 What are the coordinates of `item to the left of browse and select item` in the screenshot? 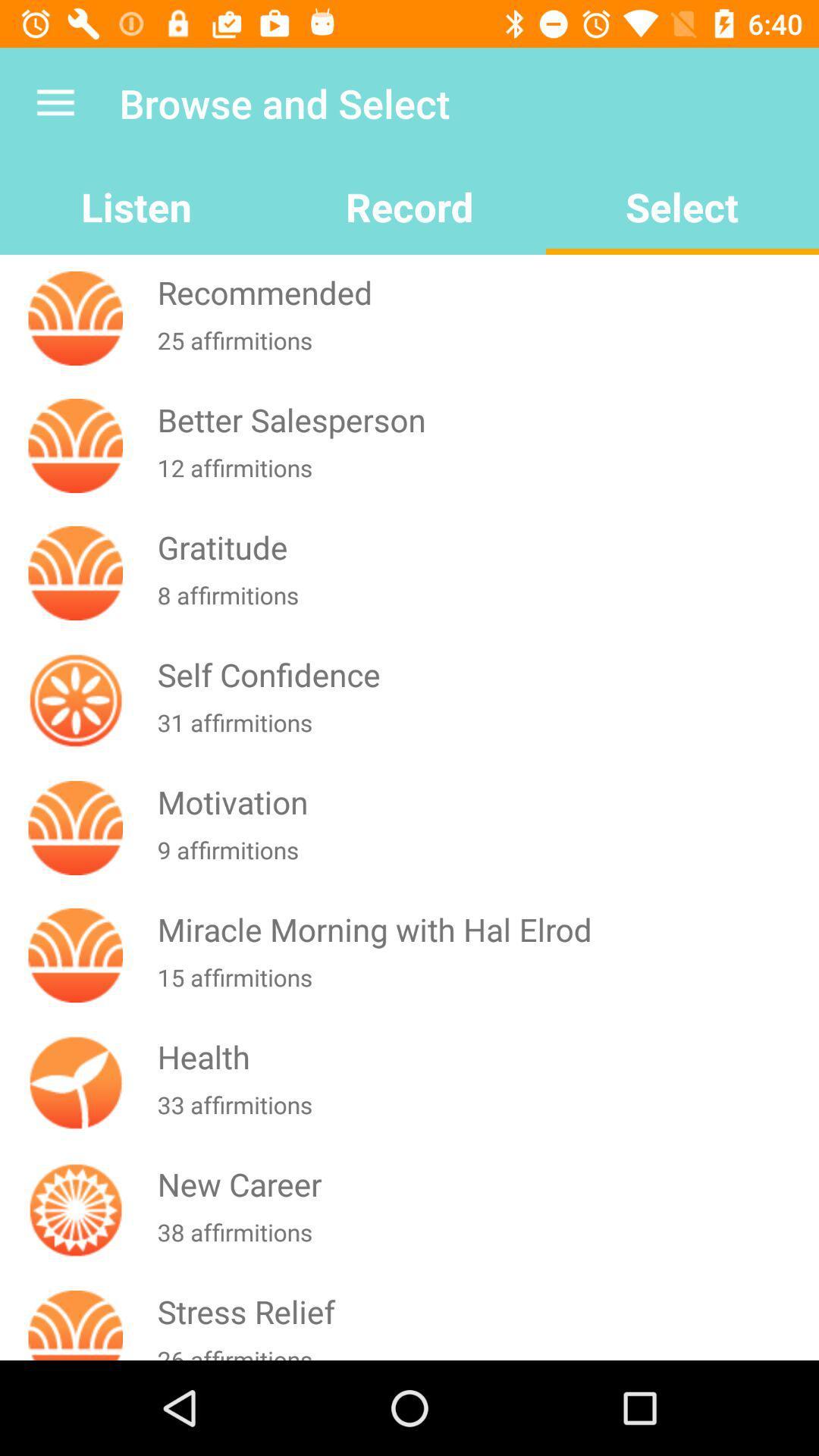 It's located at (55, 102).